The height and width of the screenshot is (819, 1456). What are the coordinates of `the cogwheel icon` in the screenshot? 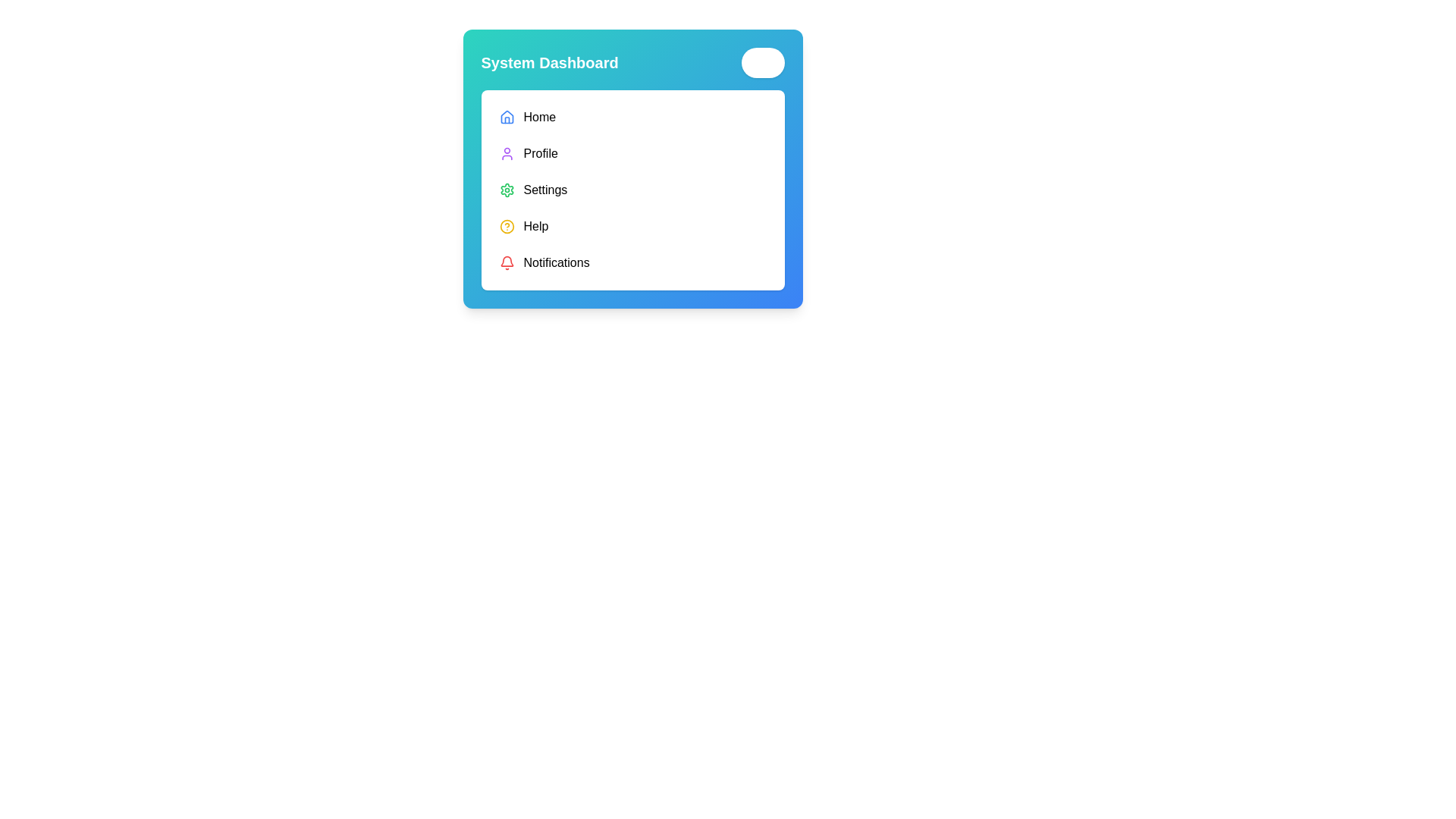 It's located at (507, 189).